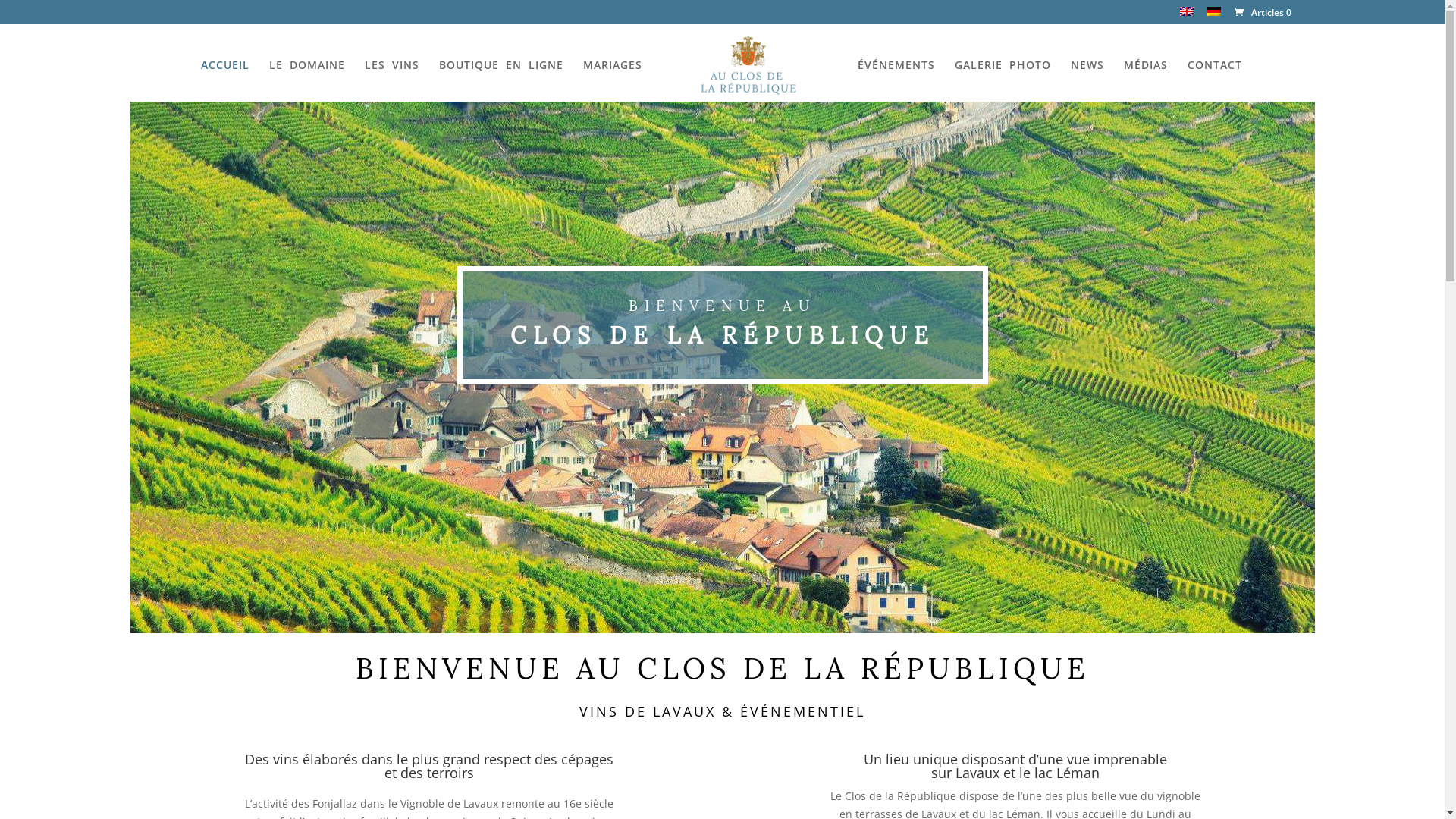 This screenshot has width=1456, height=819. I want to click on 'Articles 0', so click(1260, 12).